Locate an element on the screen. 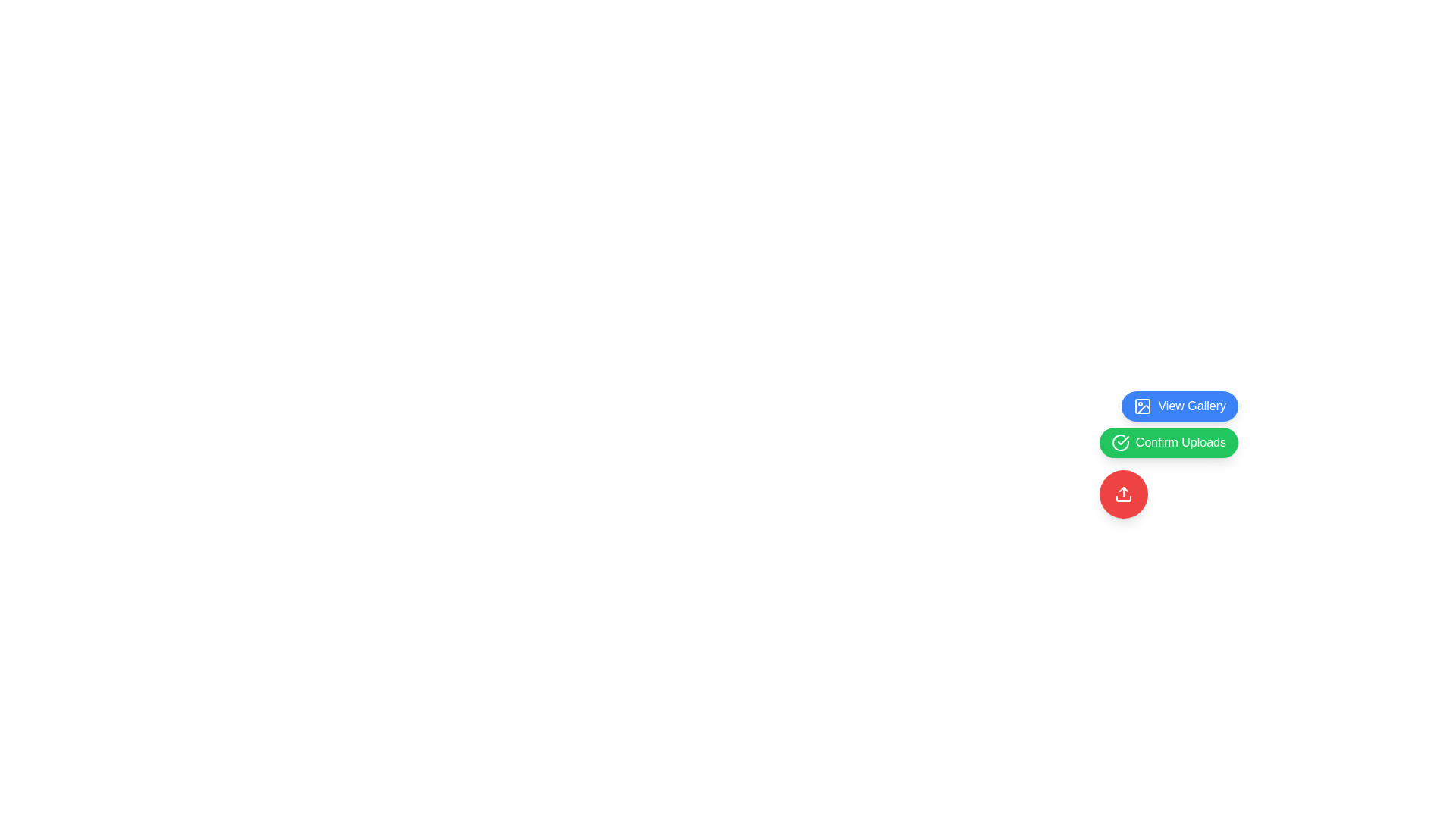 This screenshot has width=1456, height=819. the upload action button located at the bottom of the vertical stack of buttons, just below the 'Confirm Uploads' green button is located at coordinates (1123, 494).